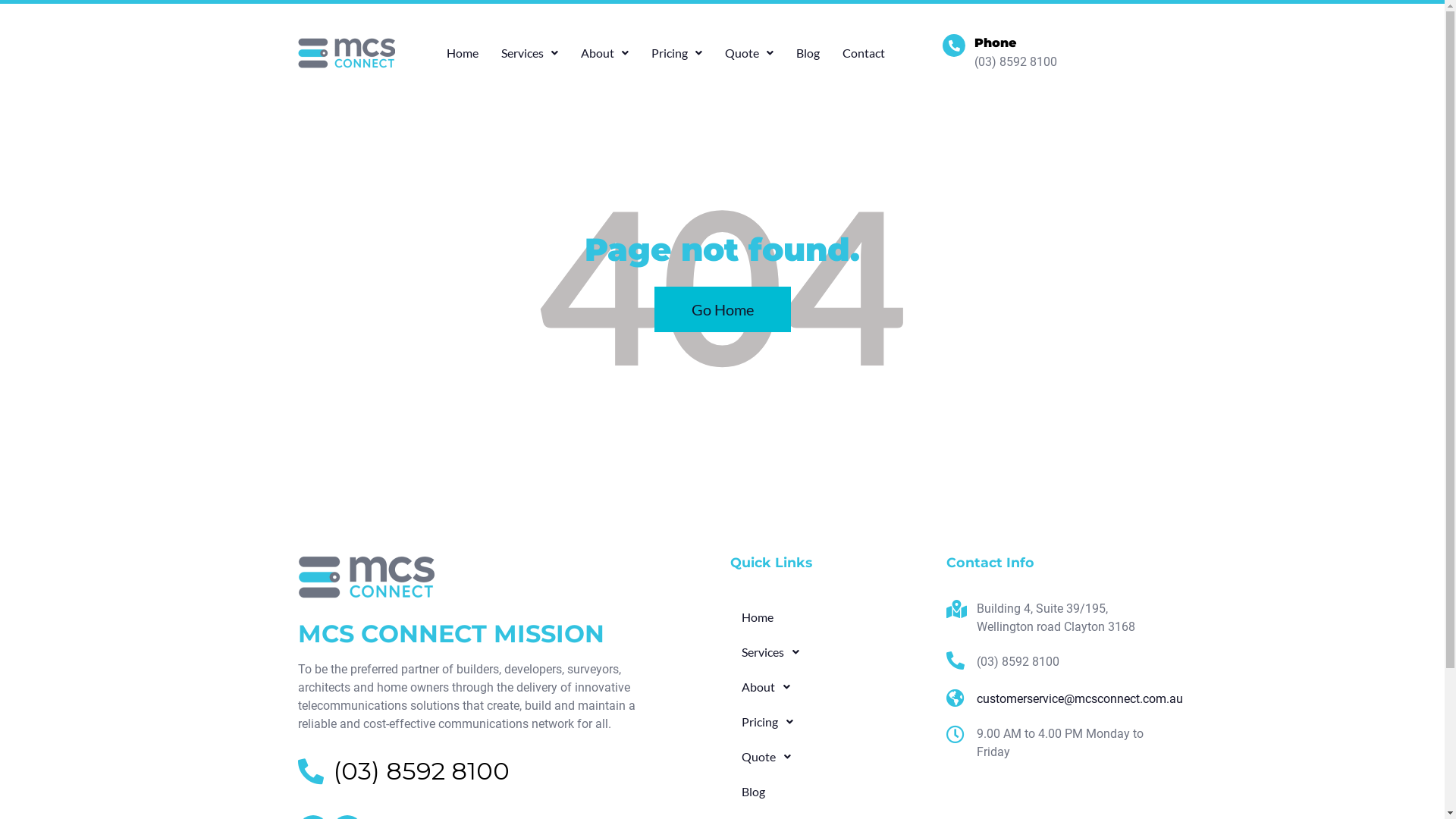 The image size is (1456, 819). I want to click on 'Quote', so click(729, 757).